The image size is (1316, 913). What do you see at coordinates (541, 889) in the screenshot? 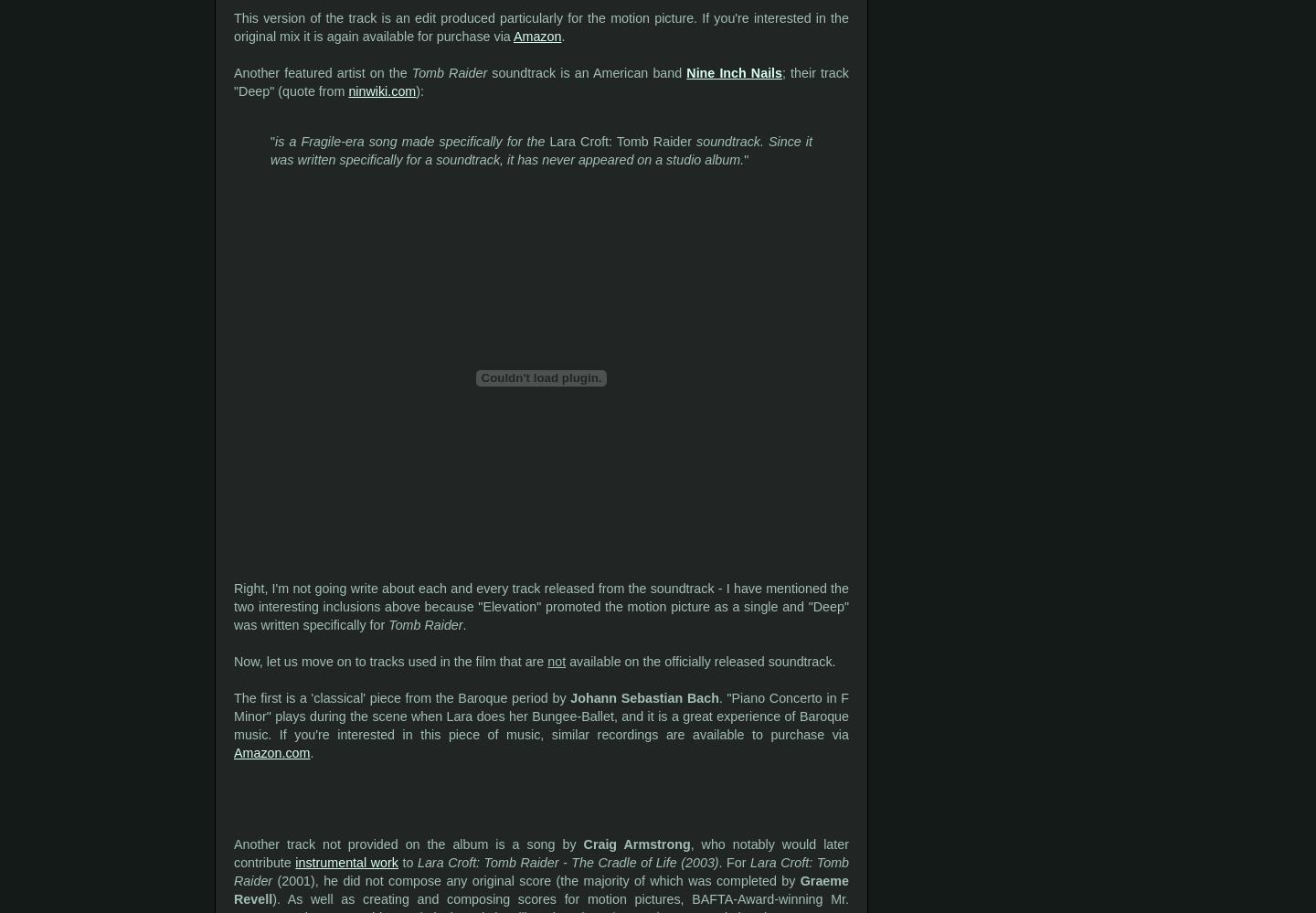
I see `'Graeme Revell'` at bounding box center [541, 889].